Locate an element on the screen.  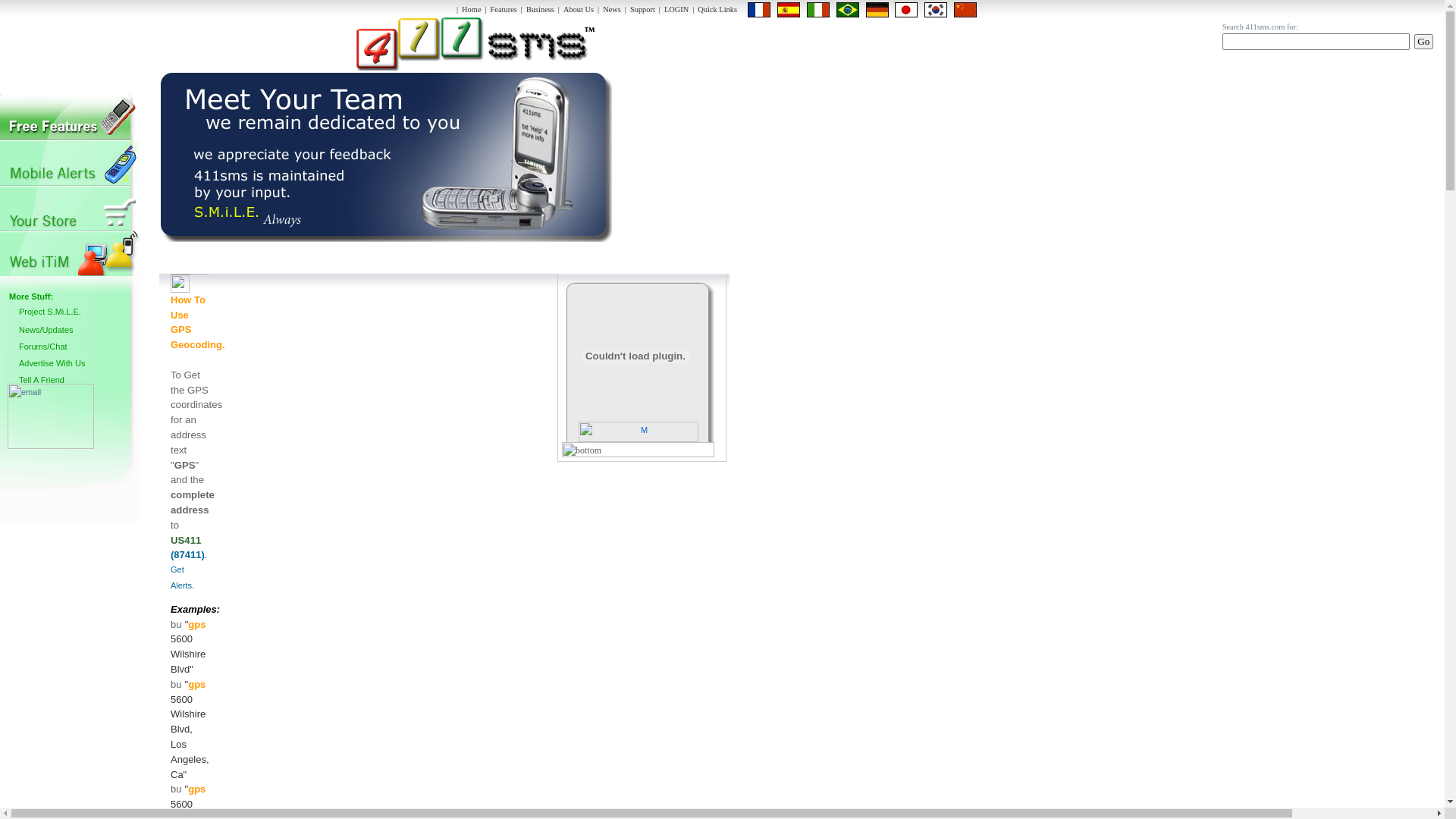
'Business' is located at coordinates (540, 8).